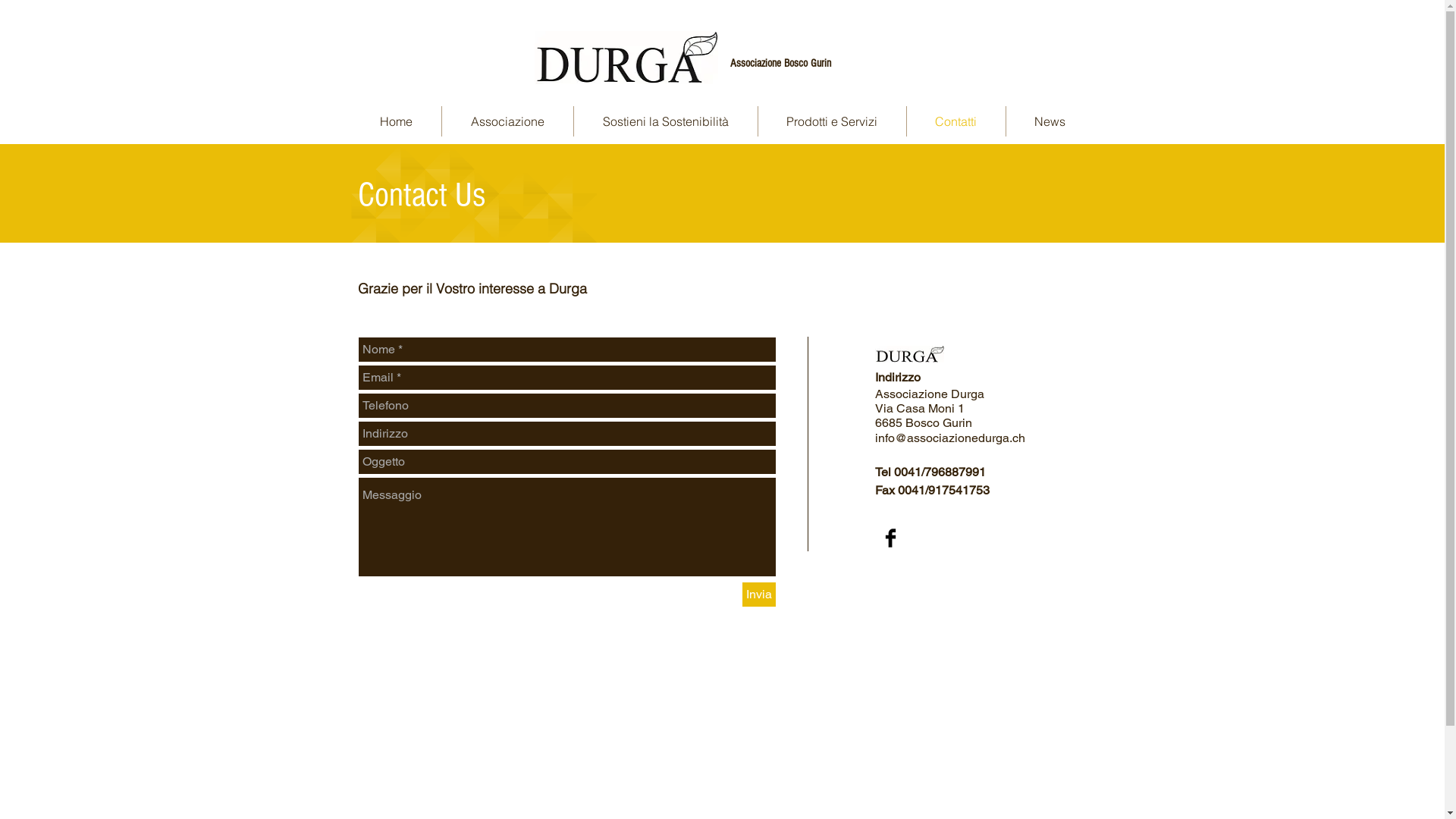 The height and width of the screenshot is (819, 1456). I want to click on 'News', so click(1048, 120).